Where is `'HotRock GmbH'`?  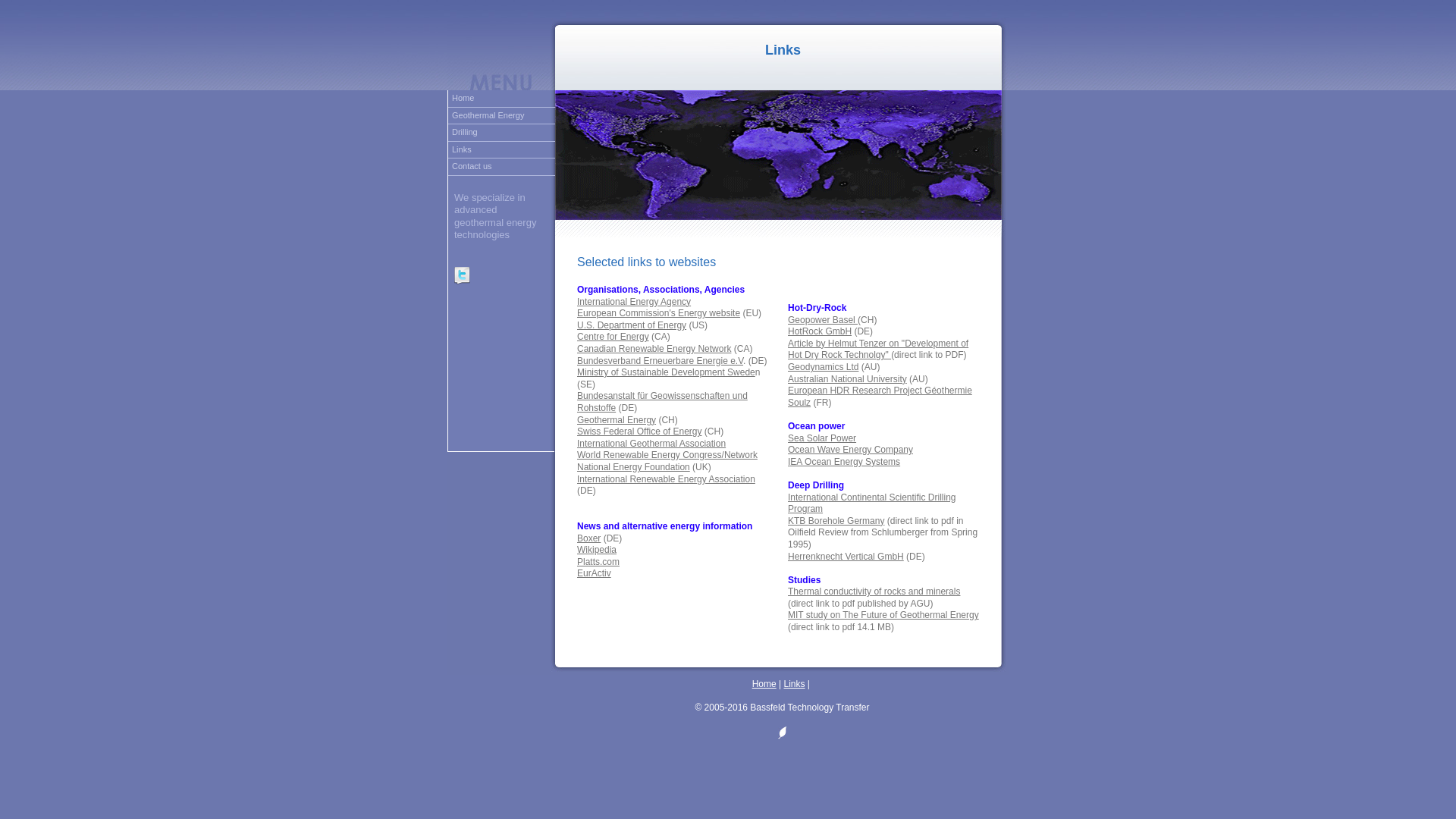
'HotRock GmbH' is located at coordinates (818, 330).